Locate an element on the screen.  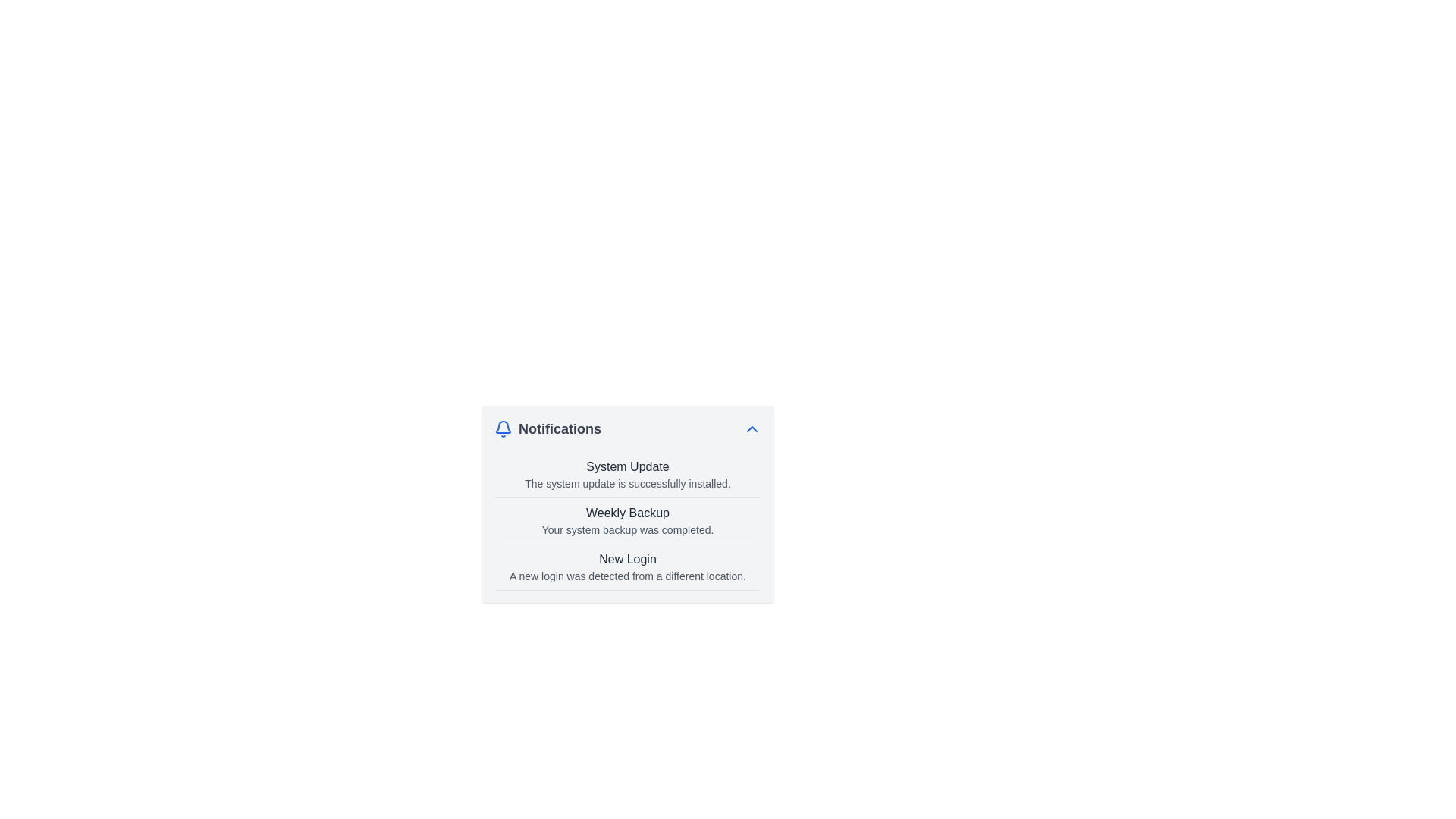
the informational text label that provides details about the completion of a backup operation, located under the 'Weekly Backup' heading in the Notifications section is located at coordinates (628, 529).